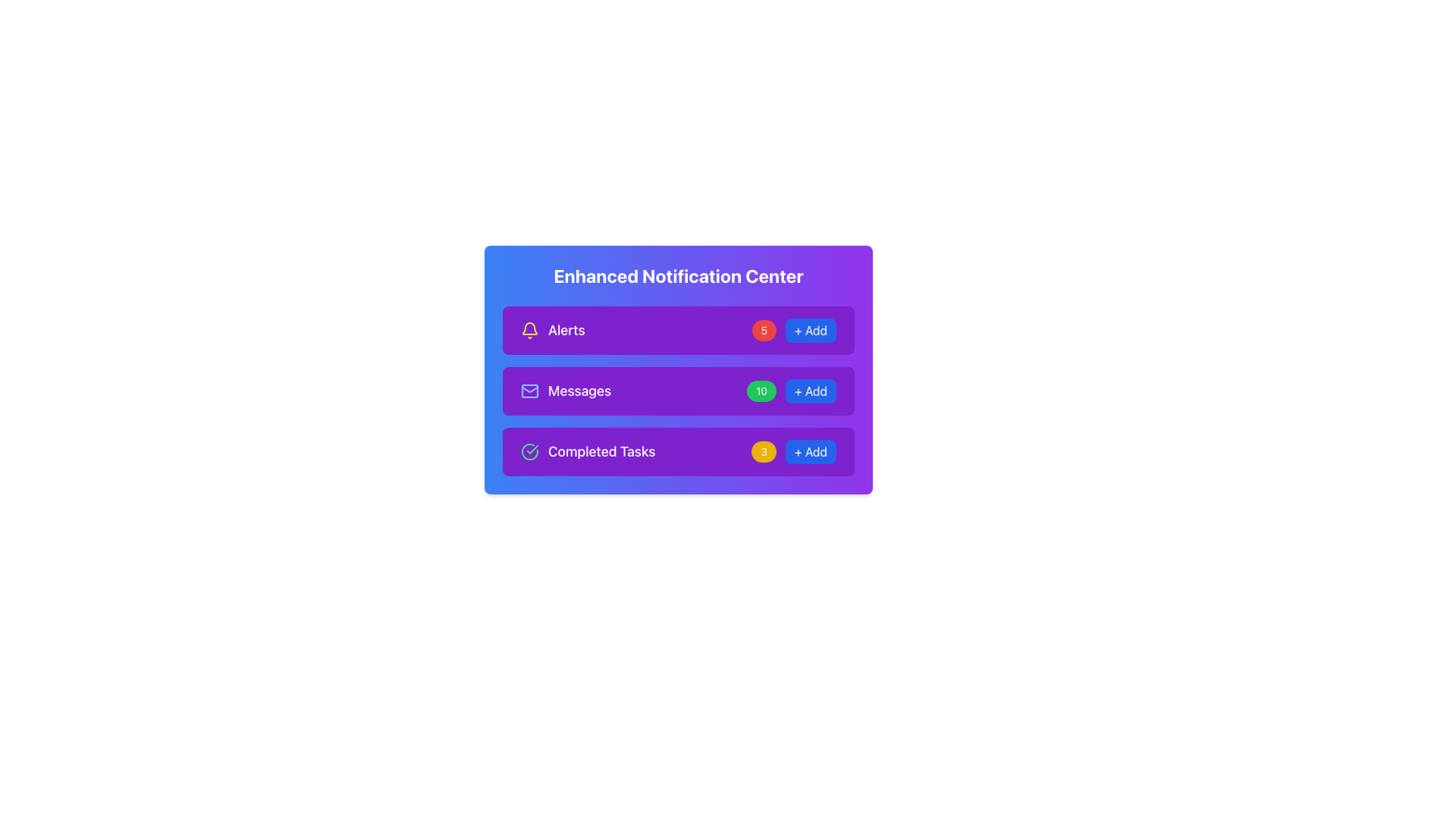  I want to click on the messages icon, which is the leftmost element in a horizontal arrangement with the textual label 'Messages' beside it, centrally aligned within the second row of the content box, so click(530, 391).